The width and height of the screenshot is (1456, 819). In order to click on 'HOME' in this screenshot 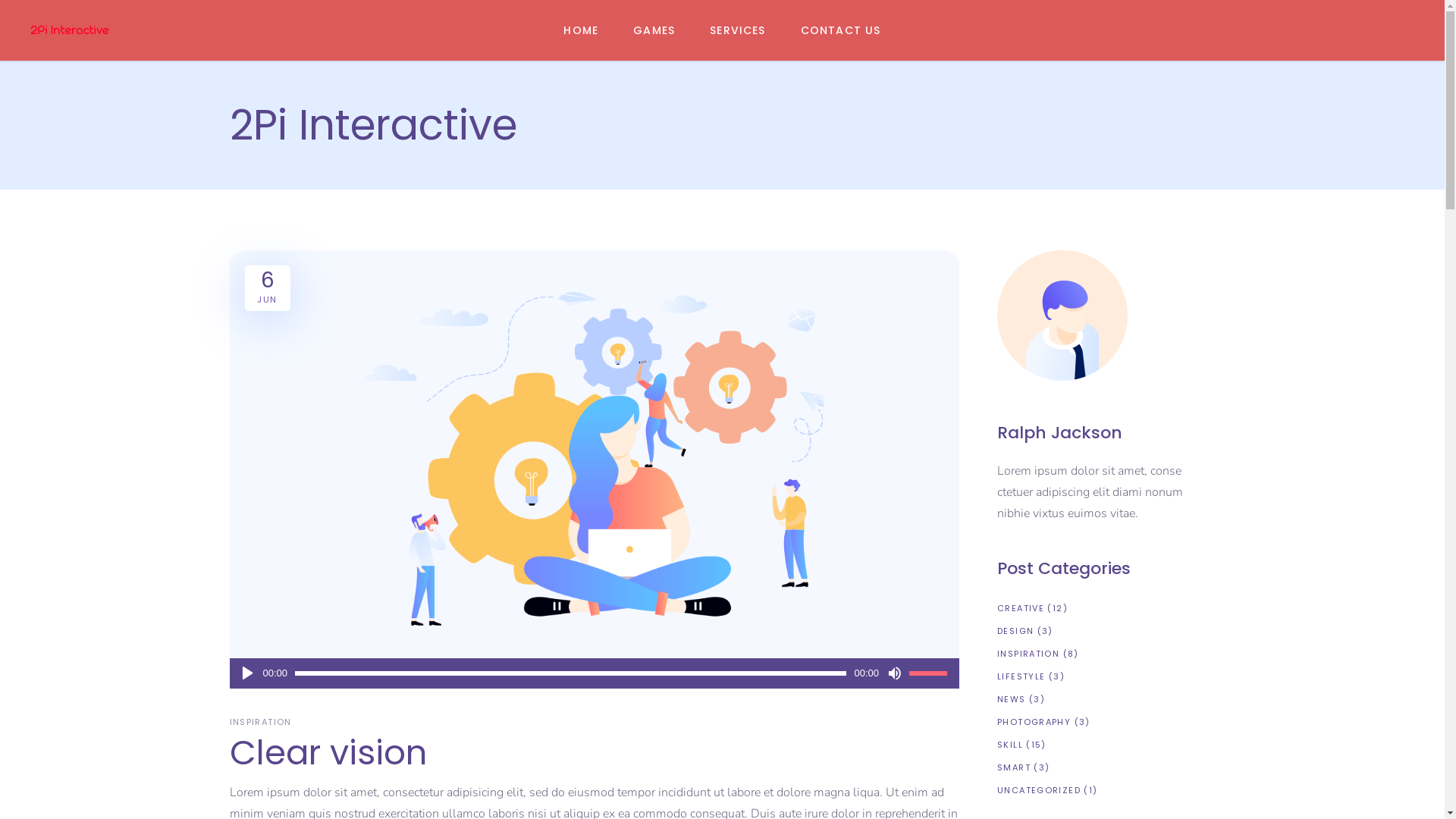, I will do `click(580, 30)`.